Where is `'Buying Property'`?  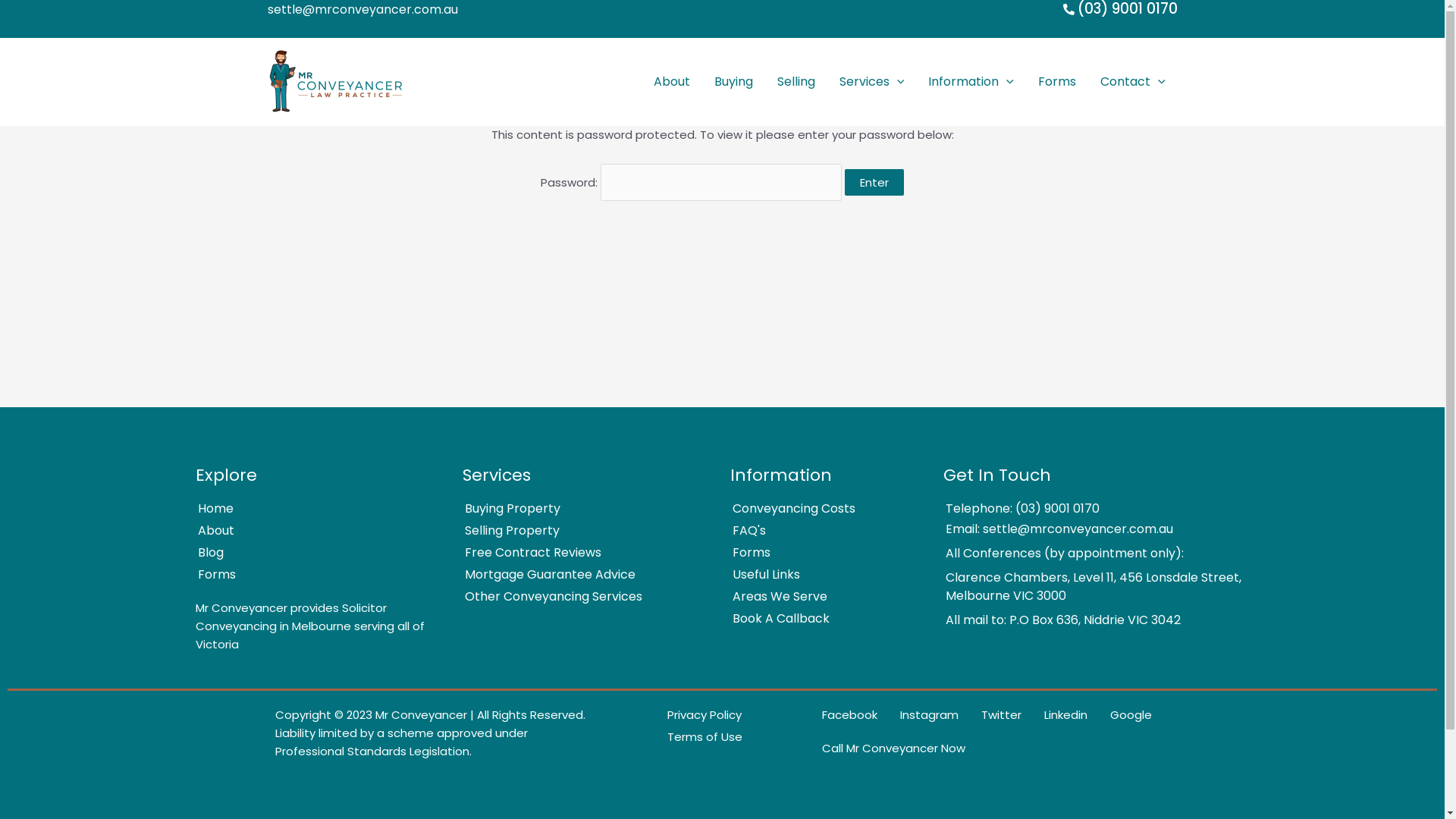
'Buying Property' is located at coordinates (579, 509).